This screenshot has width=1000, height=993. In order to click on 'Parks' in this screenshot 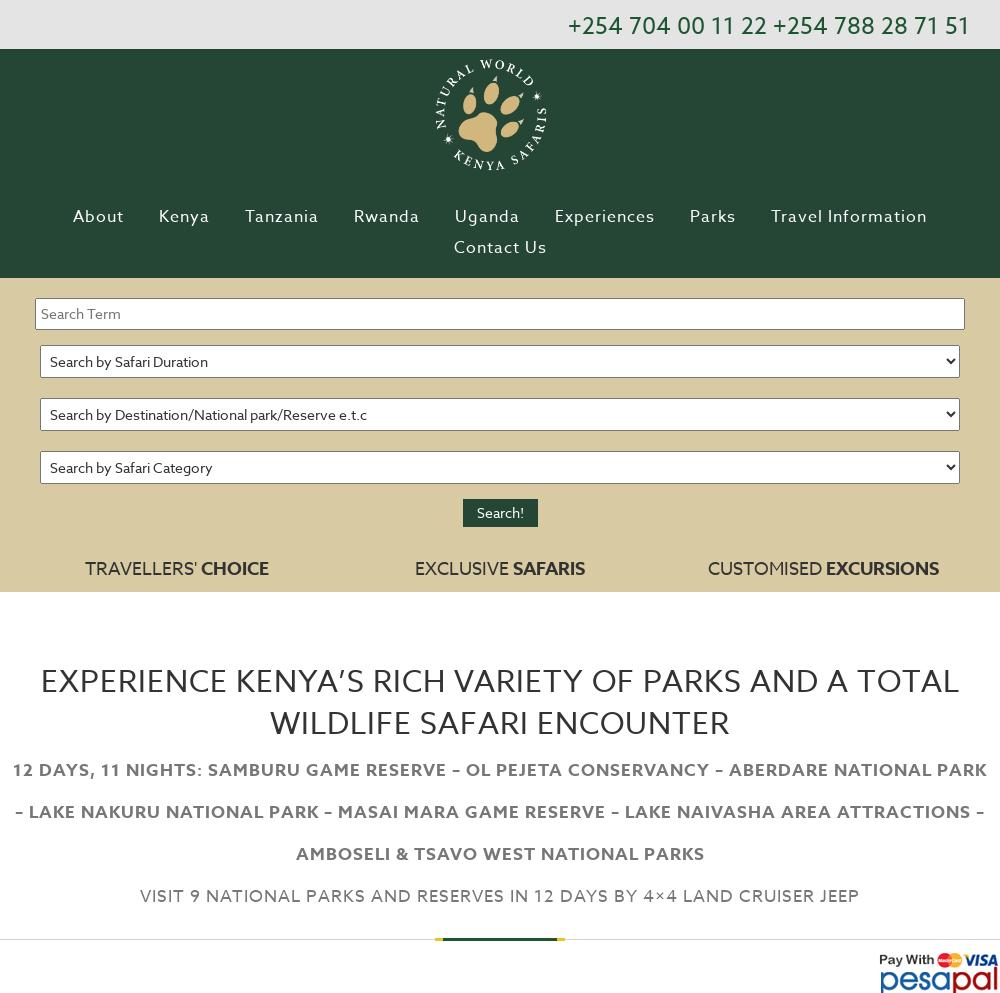, I will do `click(712, 215)`.